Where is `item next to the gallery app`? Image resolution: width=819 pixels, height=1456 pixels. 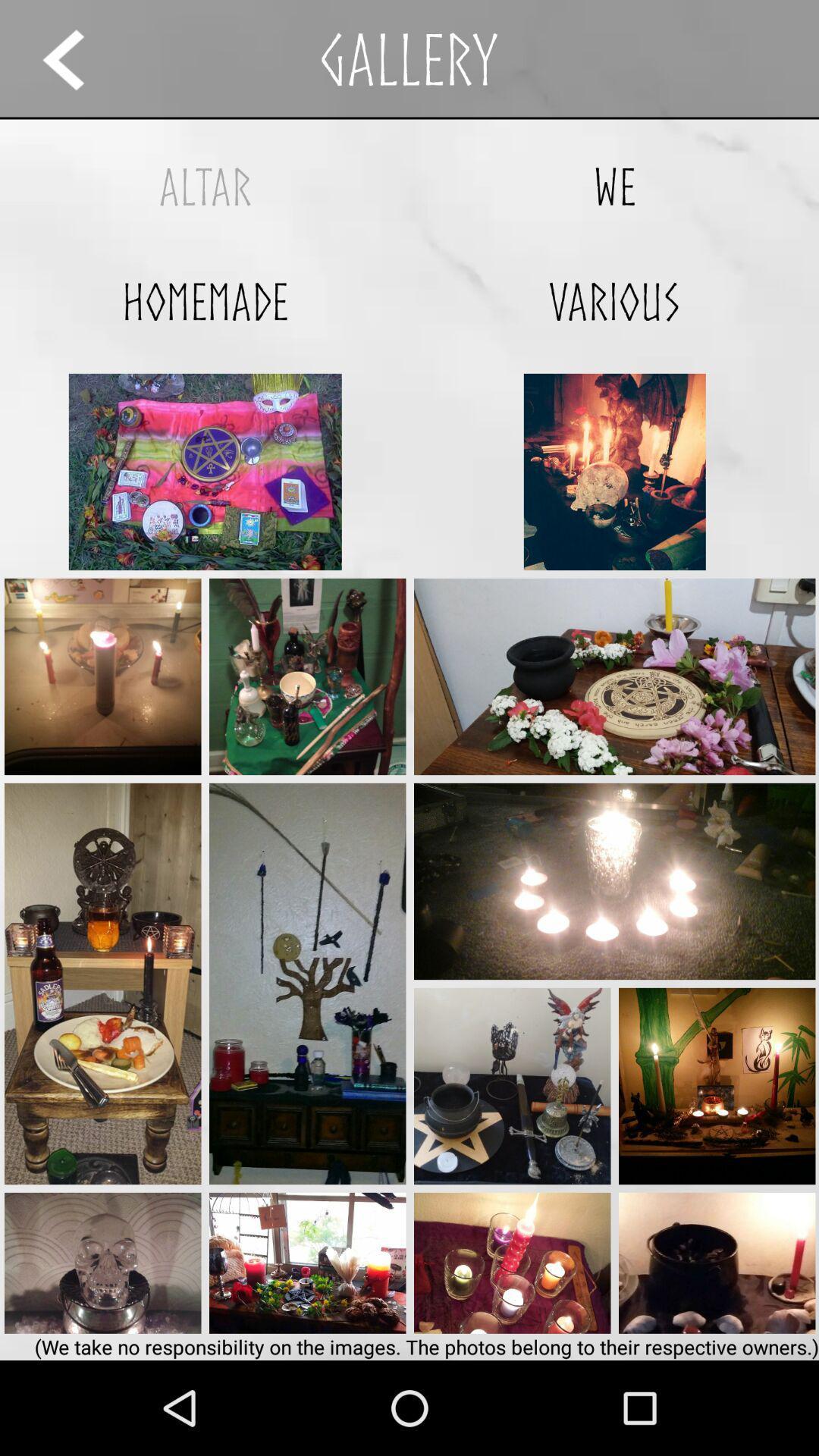 item next to the gallery app is located at coordinates (77, 59).